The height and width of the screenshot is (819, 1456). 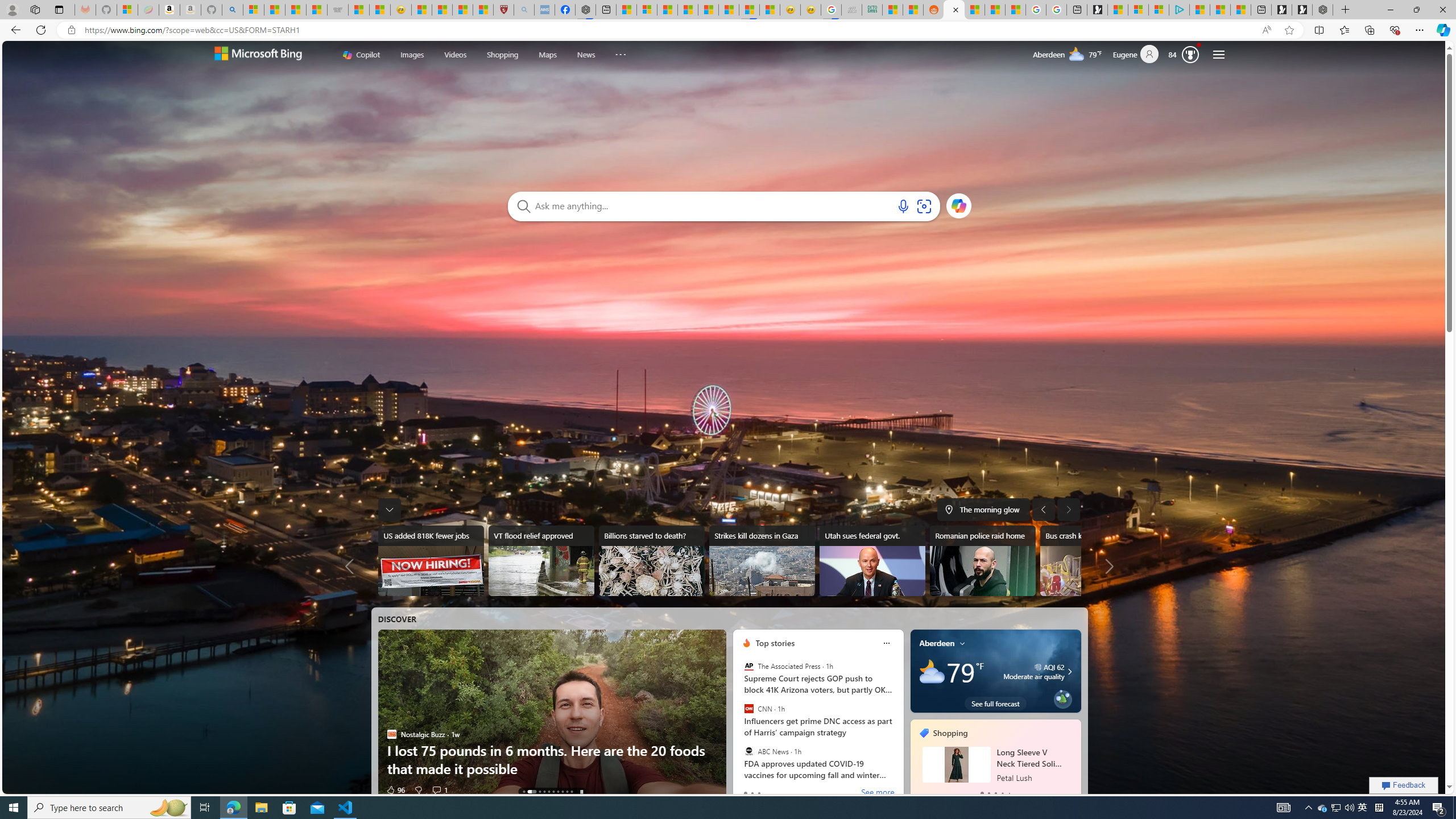 What do you see at coordinates (543, 791) in the screenshot?
I see `'AutomationID: tab-3'` at bounding box center [543, 791].